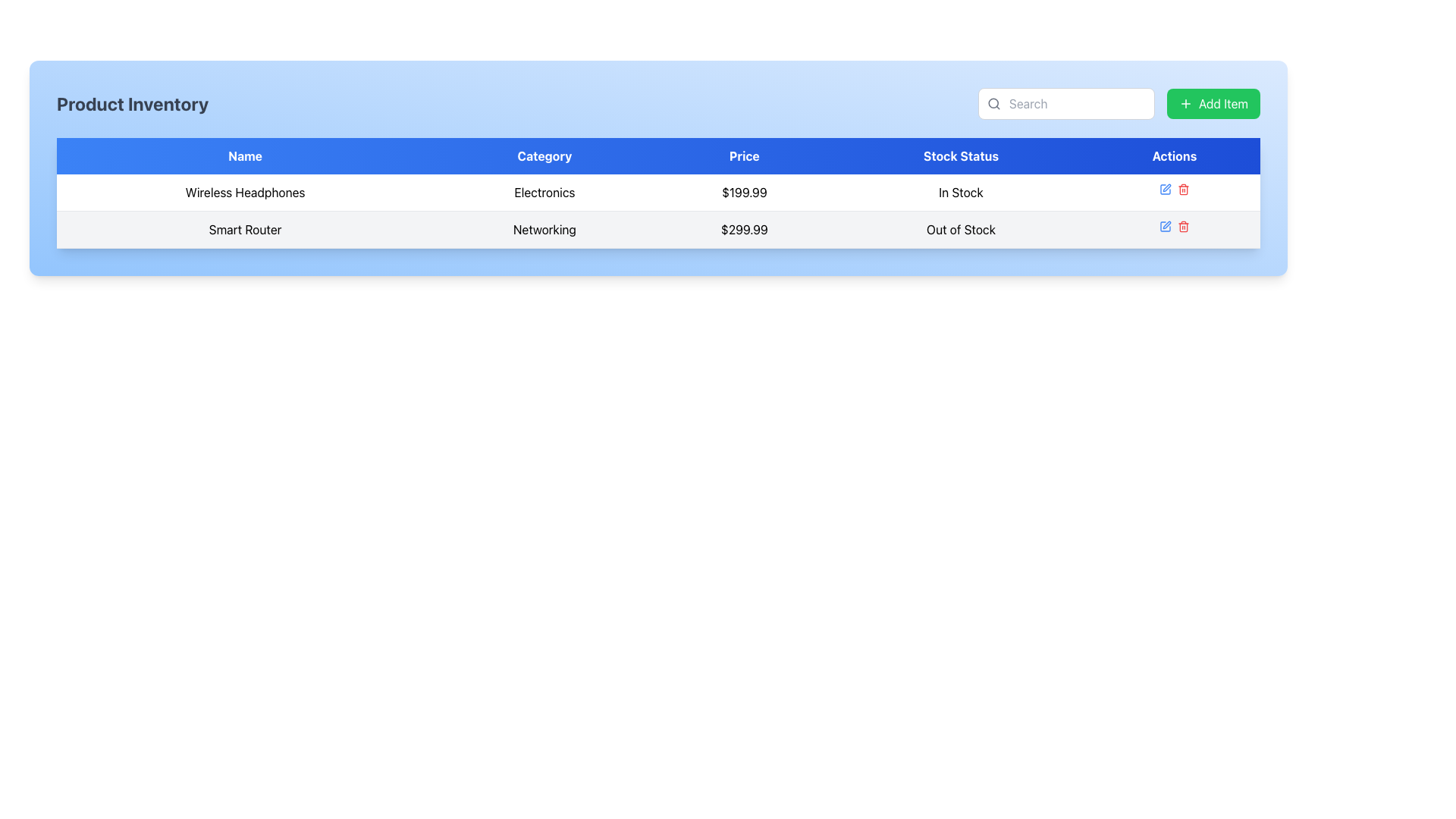 This screenshot has width=1456, height=819. I want to click on the trash can icon button located in the actions column of the first row of the table, so click(1182, 189).